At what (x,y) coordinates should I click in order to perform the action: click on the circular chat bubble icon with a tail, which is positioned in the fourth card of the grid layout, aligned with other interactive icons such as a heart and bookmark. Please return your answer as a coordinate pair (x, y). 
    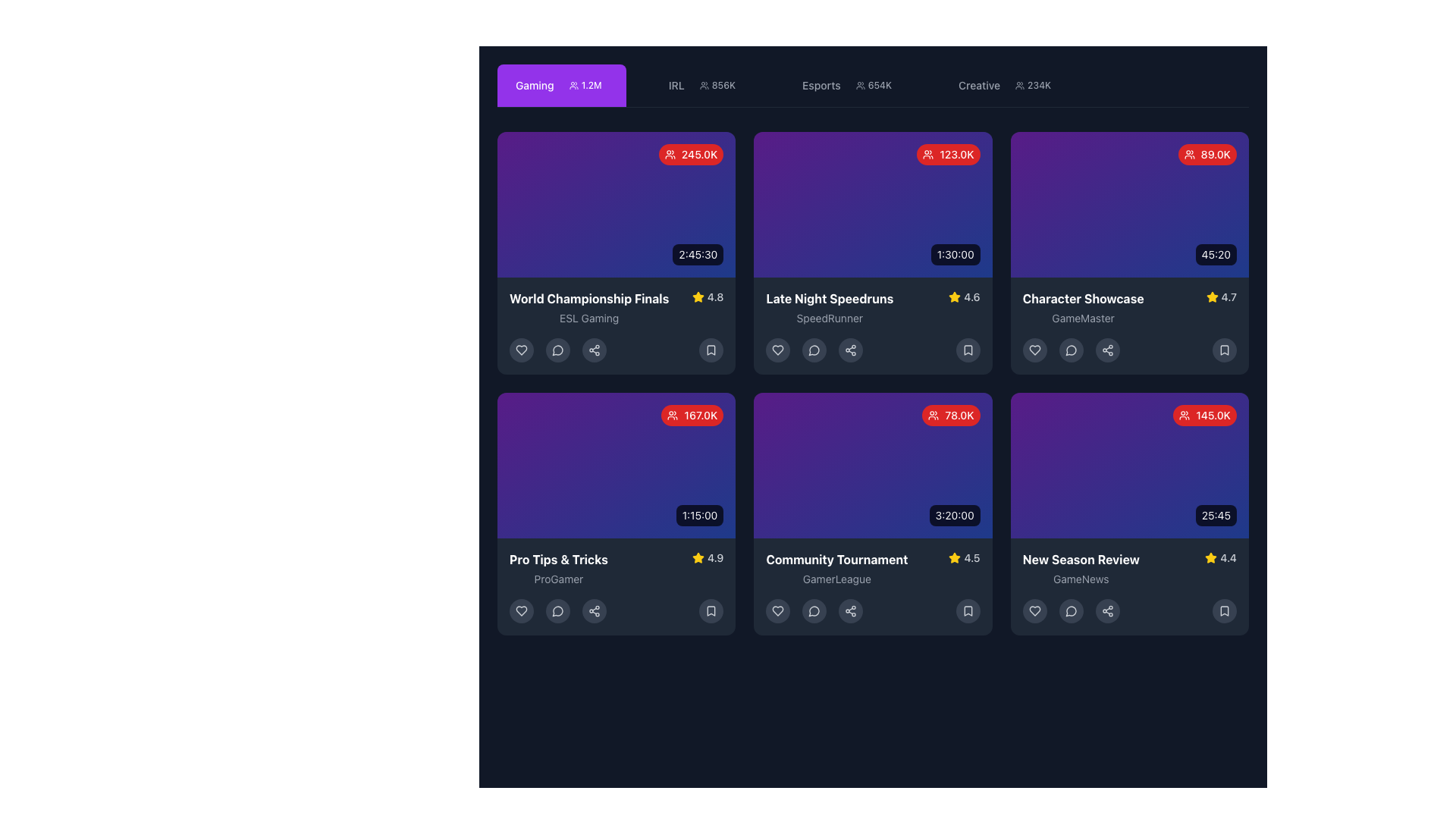
    Looking at the image, I should click on (1070, 350).